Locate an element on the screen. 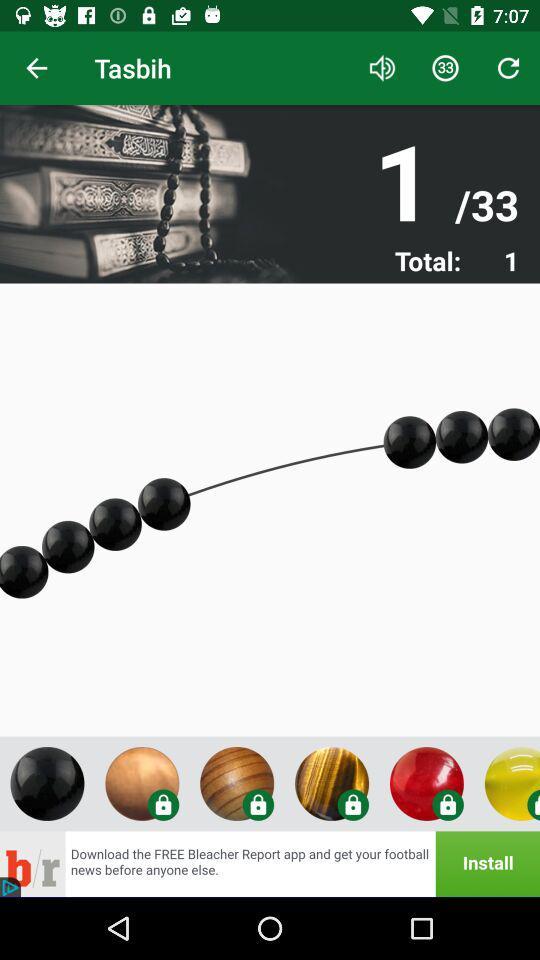 The image size is (540, 960). icon to the right of tasbih is located at coordinates (382, 68).